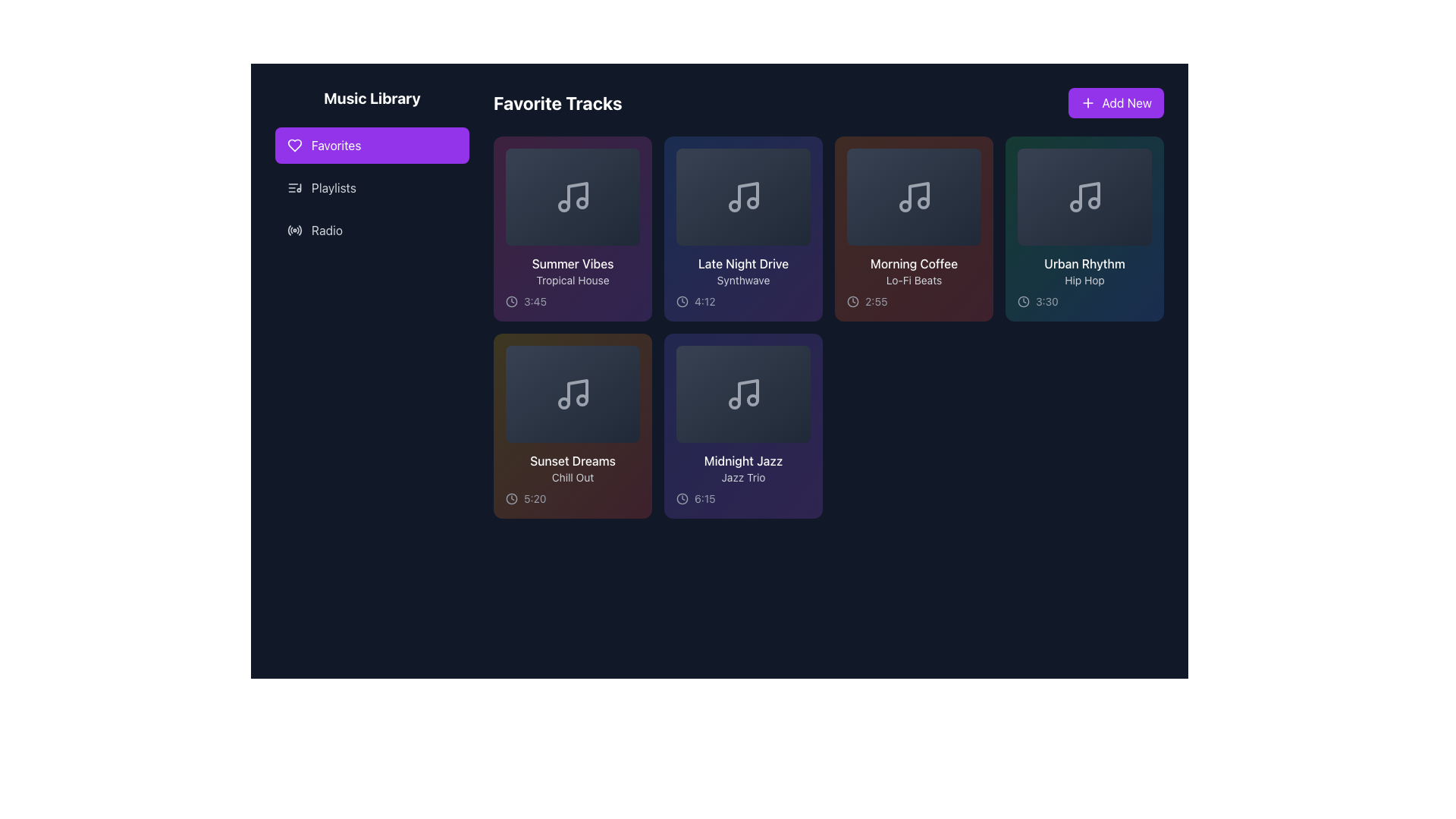 The height and width of the screenshot is (819, 1456). Describe the element at coordinates (1084, 281) in the screenshot. I see `the static text label displaying 'Hip Hop', which is located under 'Urban Rhythm' within the 'Favorite Tracks' card` at that location.